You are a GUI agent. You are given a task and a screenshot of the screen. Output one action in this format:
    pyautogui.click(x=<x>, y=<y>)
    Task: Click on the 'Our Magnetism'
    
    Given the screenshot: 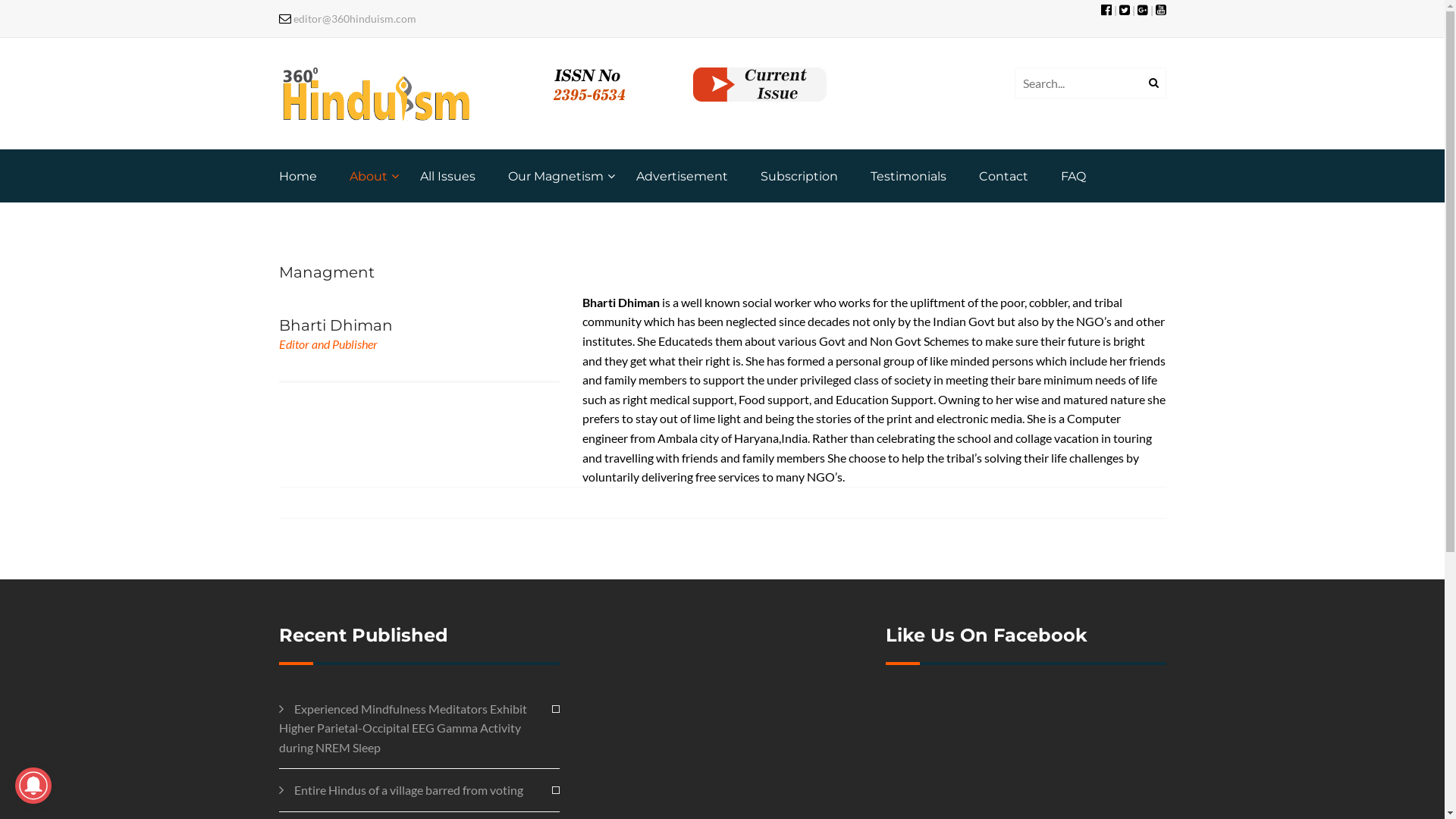 What is the action you would take?
    pyautogui.click(x=508, y=175)
    